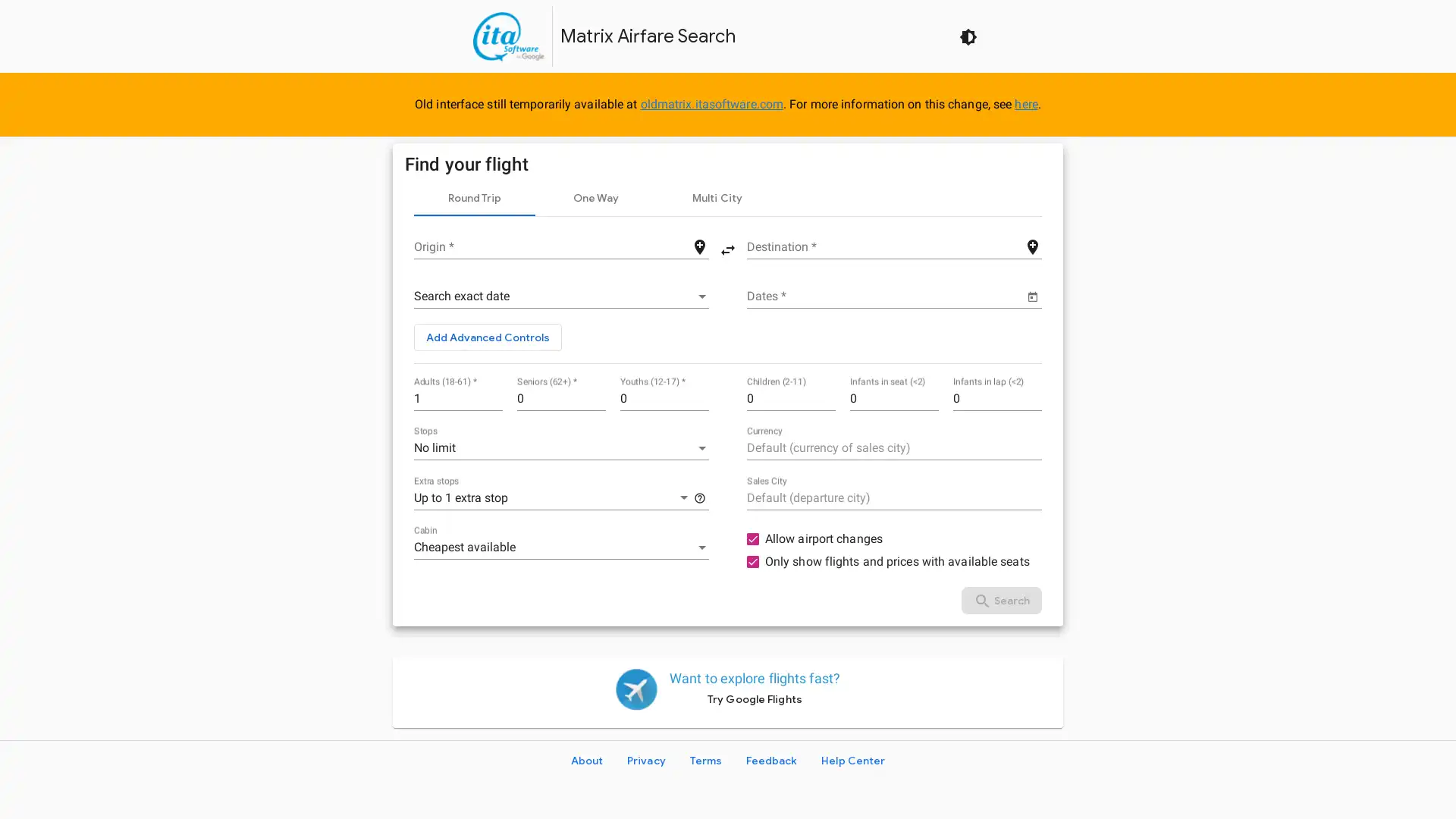 This screenshot has height=819, width=1456. Describe the element at coordinates (771, 760) in the screenshot. I see `Feedback` at that location.